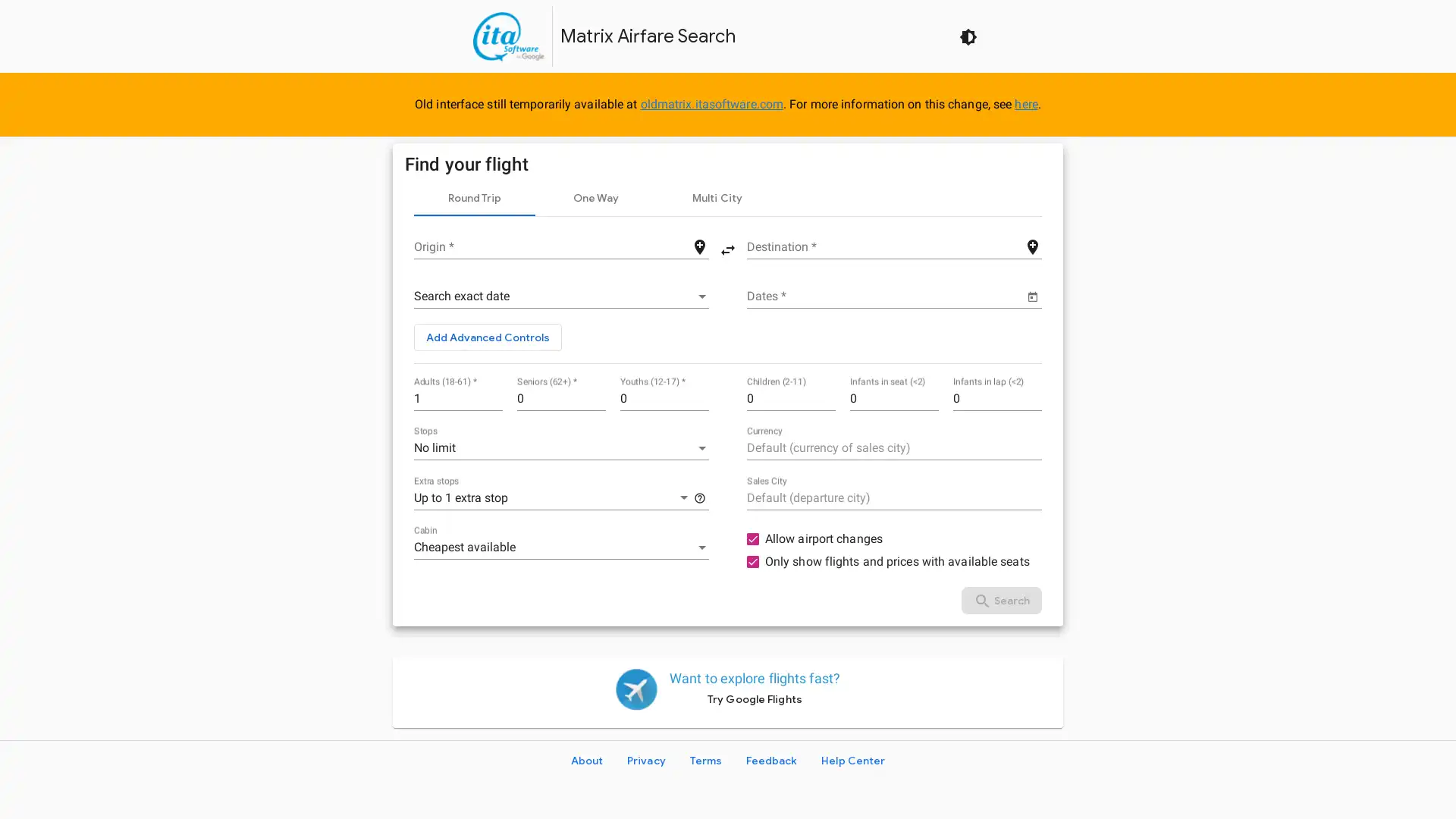 This screenshot has height=819, width=1456. Describe the element at coordinates (771, 760) in the screenshot. I see `Feedback` at that location.